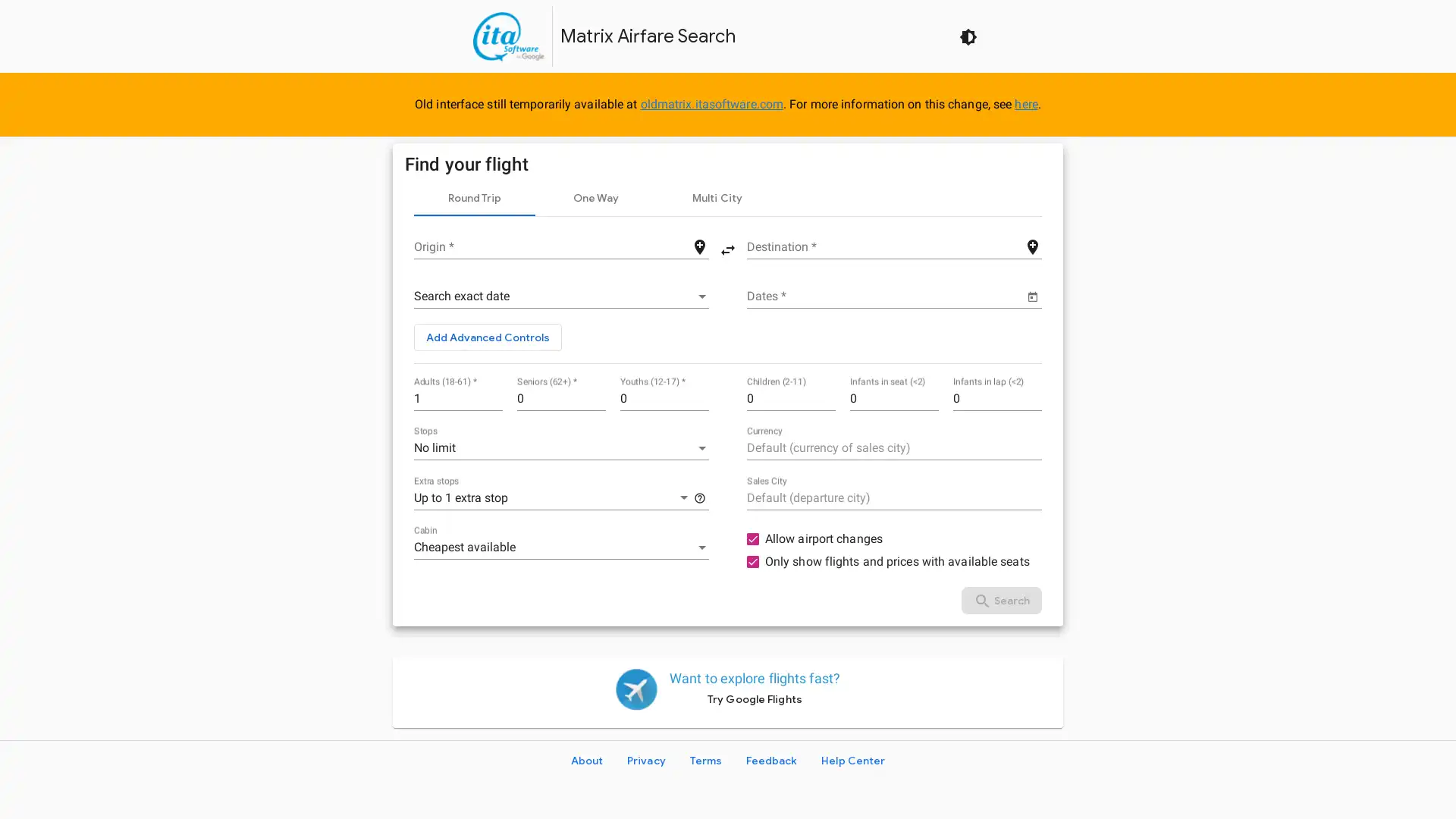 This screenshot has height=819, width=1456. Describe the element at coordinates (771, 760) in the screenshot. I see `Feedback` at that location.